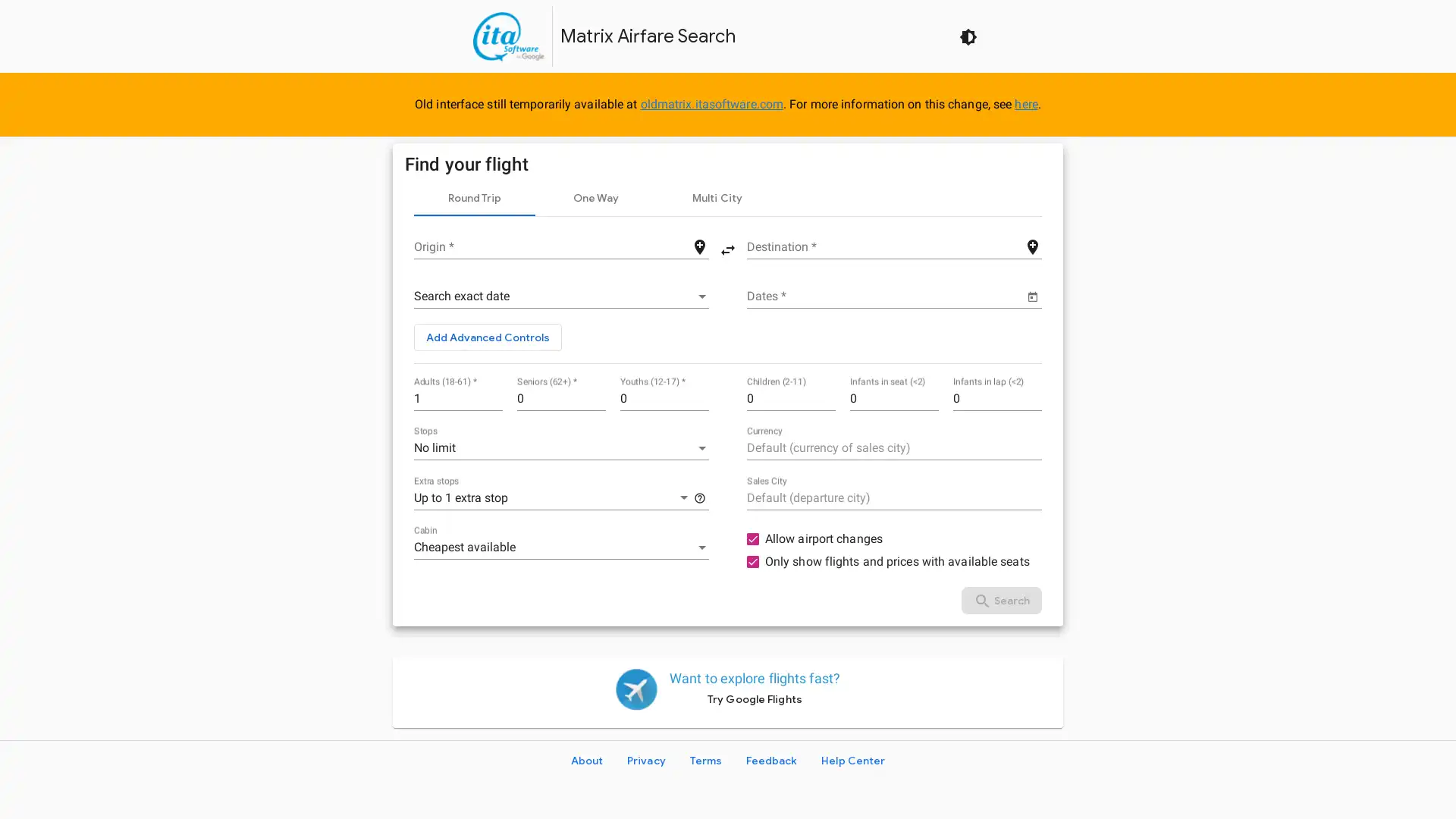 This screenshot has height=819, width=1456. Describe the element at coordinates (771, 760) in the screenshot. I see `Feedback` at that location.